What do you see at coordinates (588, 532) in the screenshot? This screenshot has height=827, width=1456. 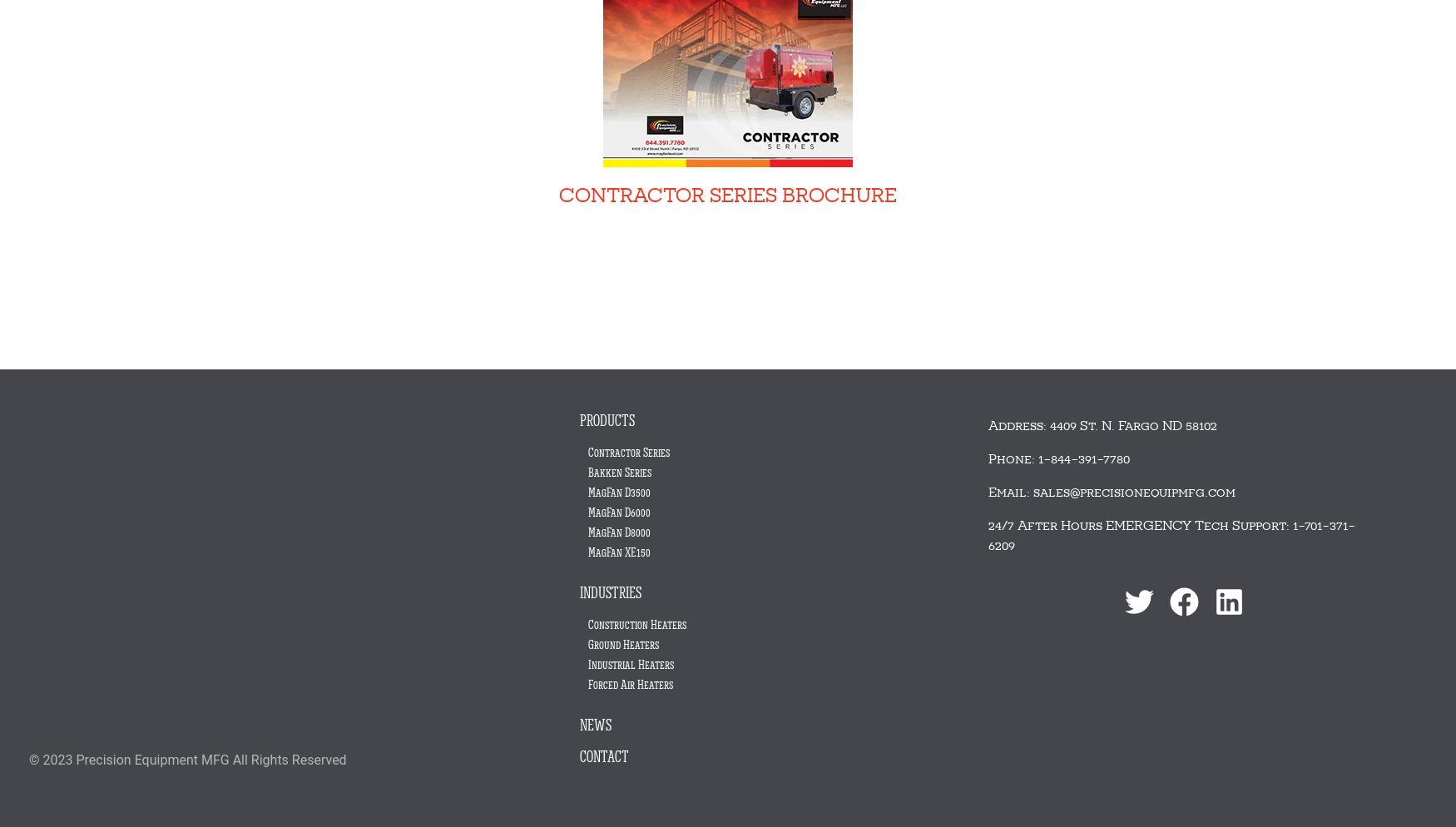 I see `'MagFan D8000'` at bounding box center [588, 532].